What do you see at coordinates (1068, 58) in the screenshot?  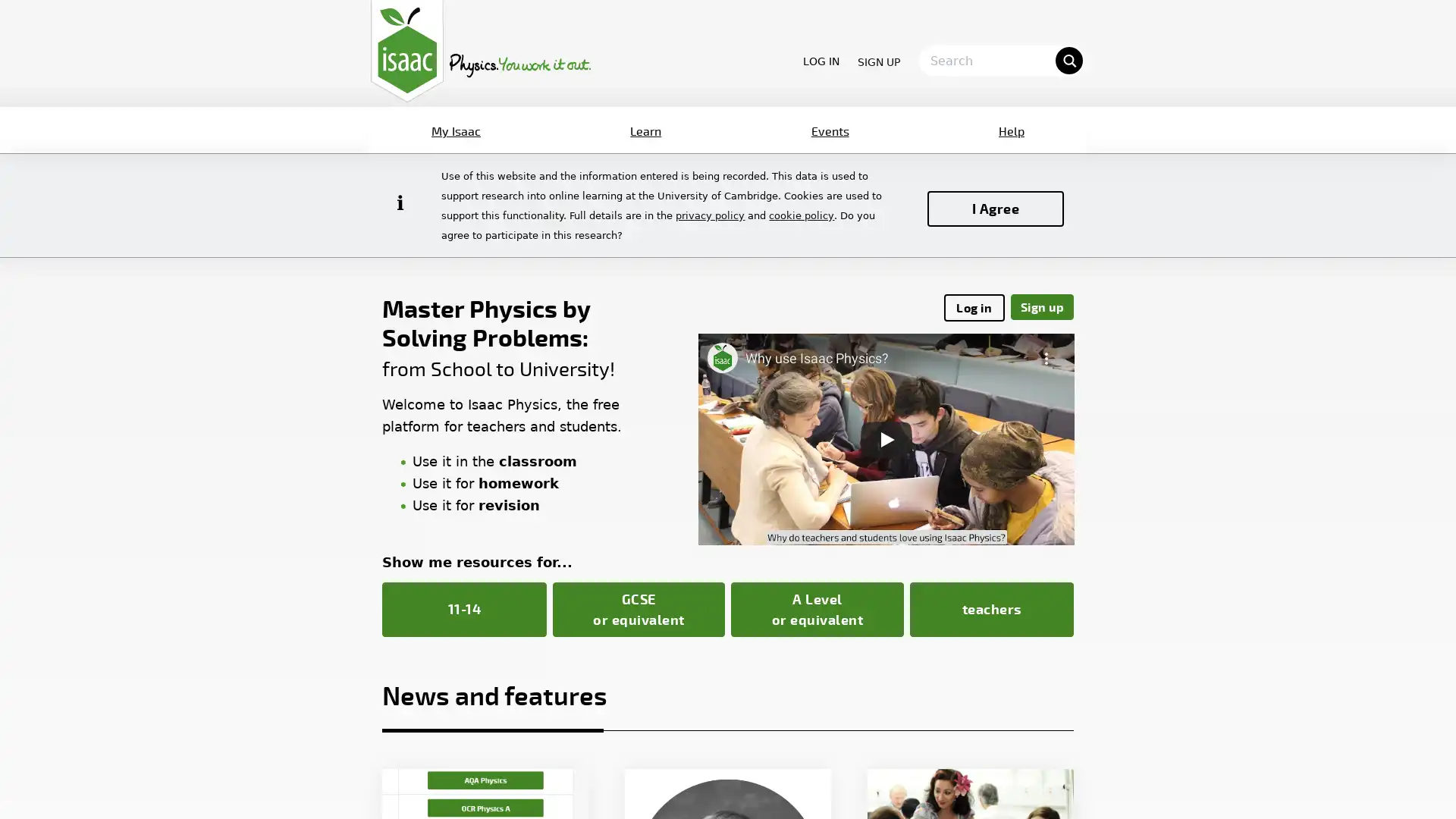 I see `search` at bounding box center [1068, 58].